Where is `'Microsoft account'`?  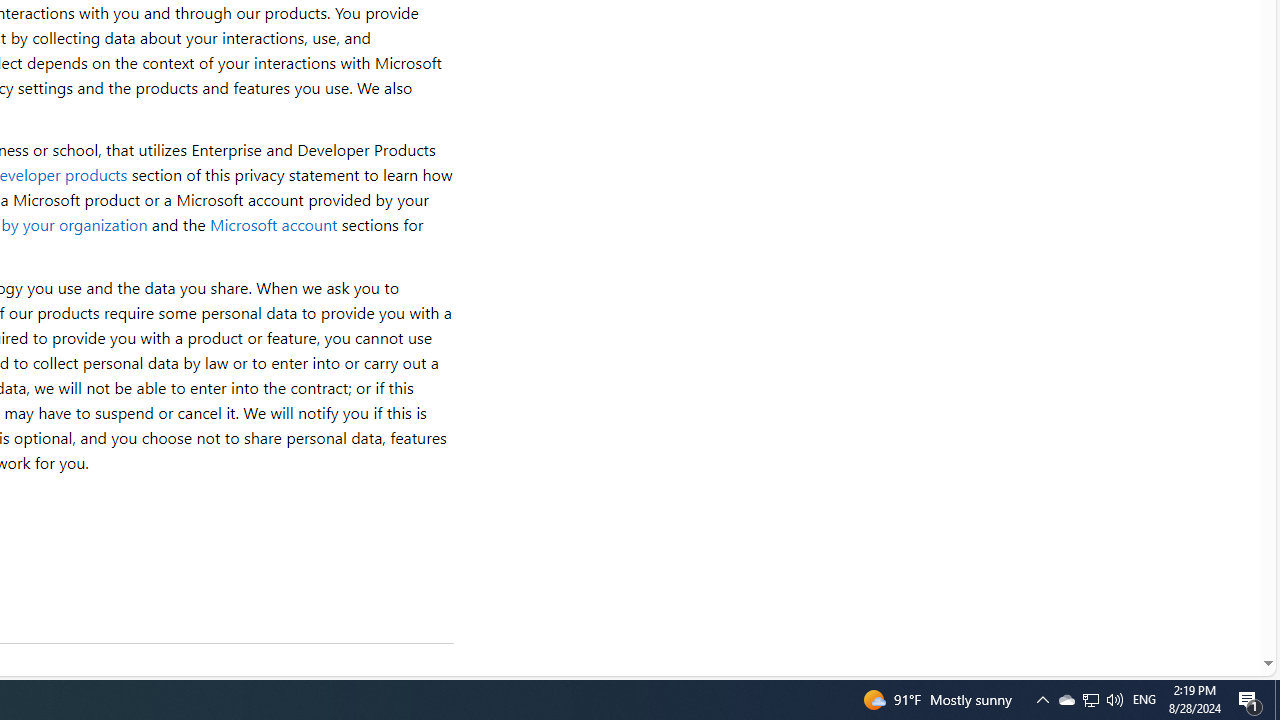
'Microsoft account' is located at coordinates (272, 225).